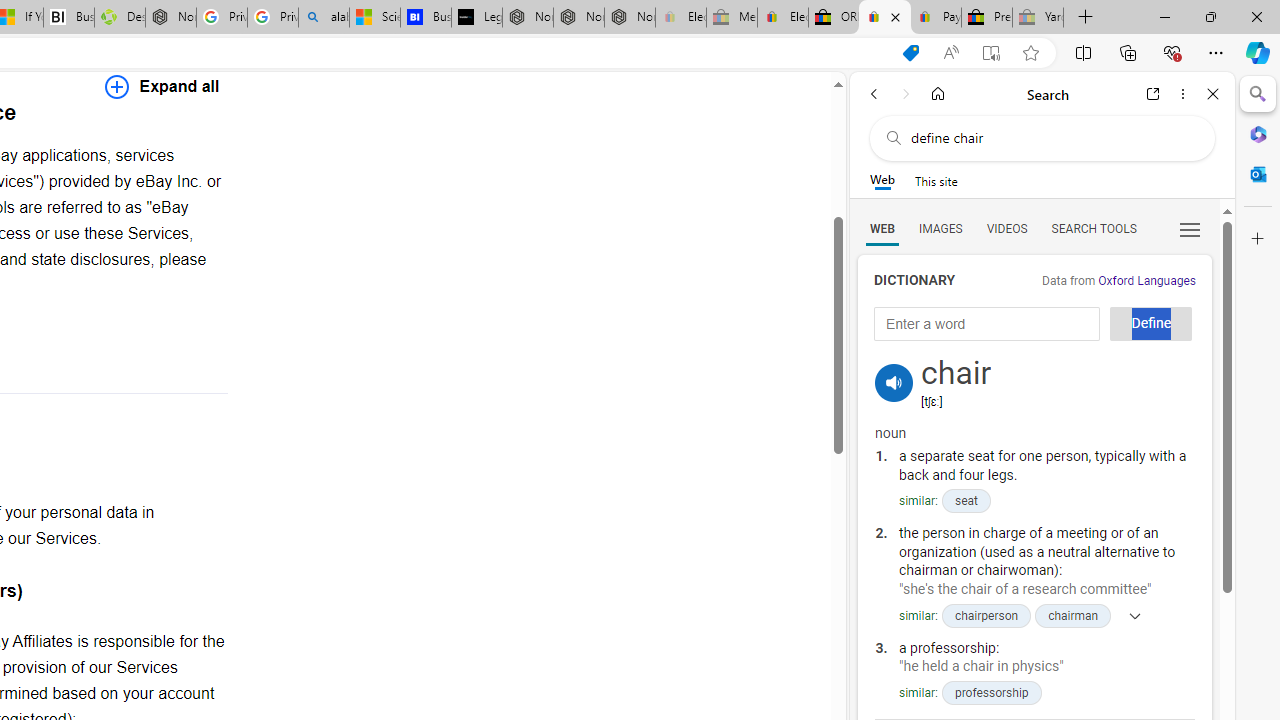  What do you see at coordinates (987, 323) in the screenshot?
I see `'Enter a word'` at bounding box center [987, 323].